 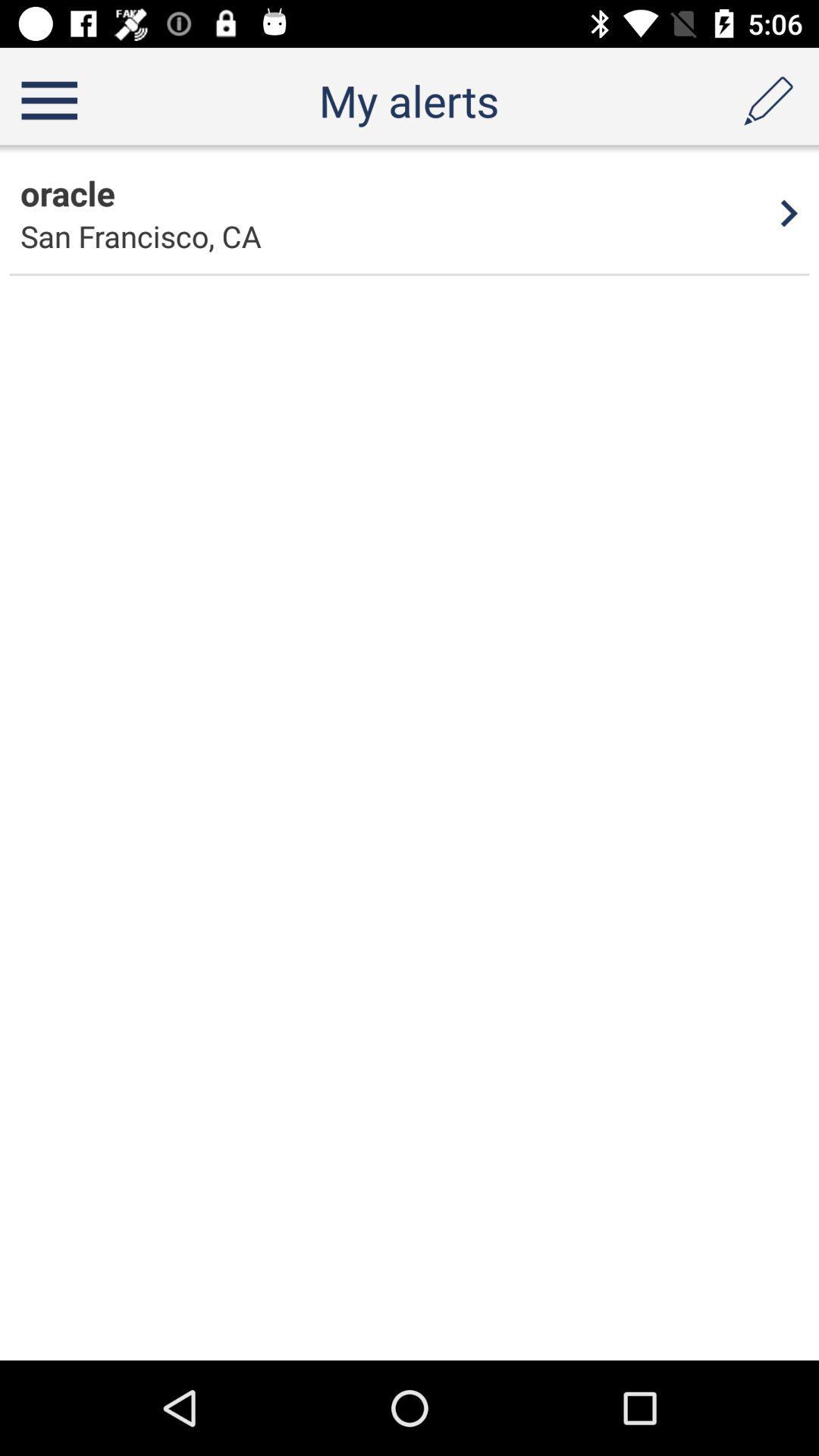 I want to click on the app next to the 4 item, so click(x=140, y=235).